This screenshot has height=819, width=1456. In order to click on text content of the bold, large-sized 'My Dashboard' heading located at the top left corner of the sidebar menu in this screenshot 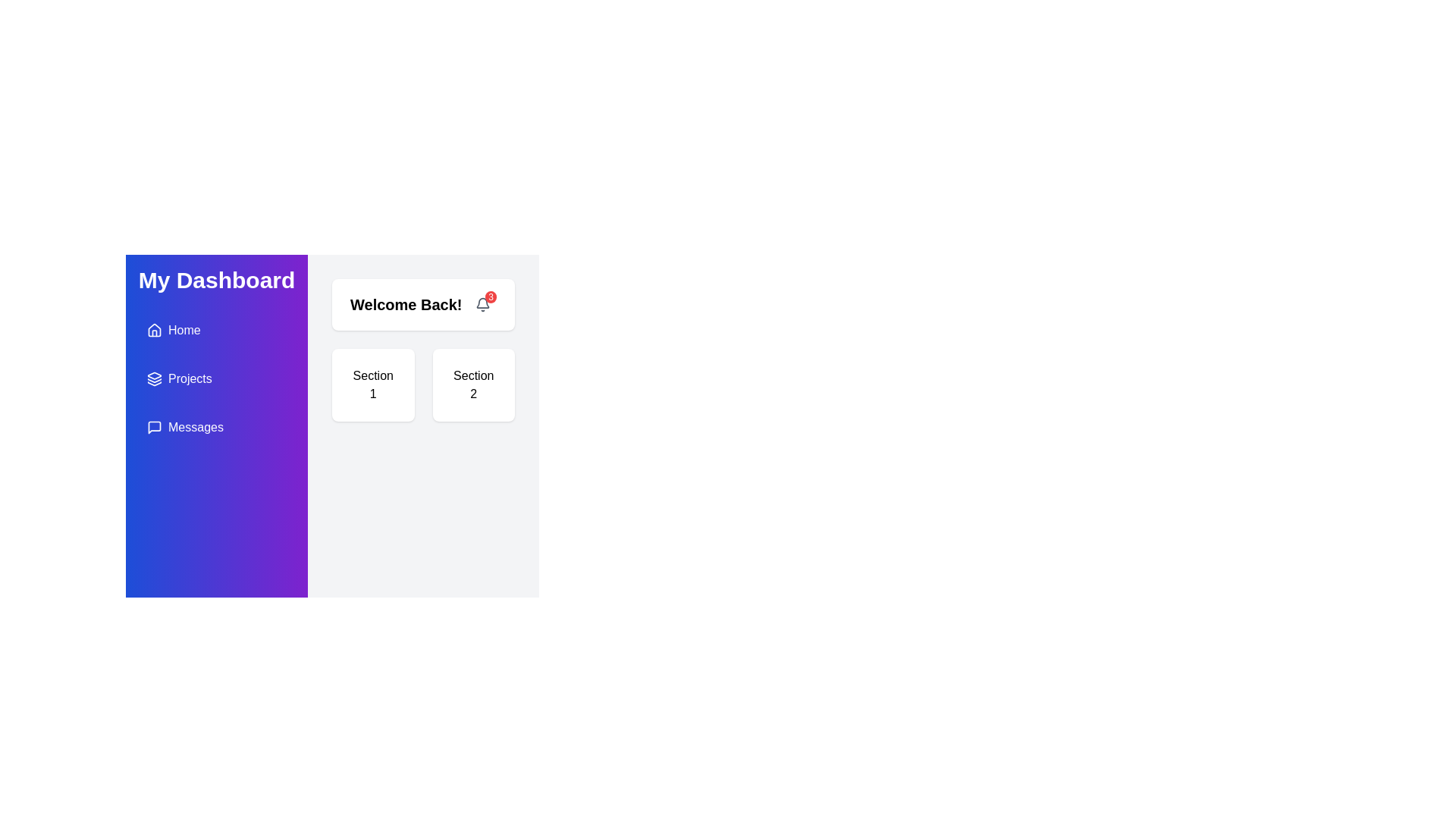, I will do `click(216, 281)`.